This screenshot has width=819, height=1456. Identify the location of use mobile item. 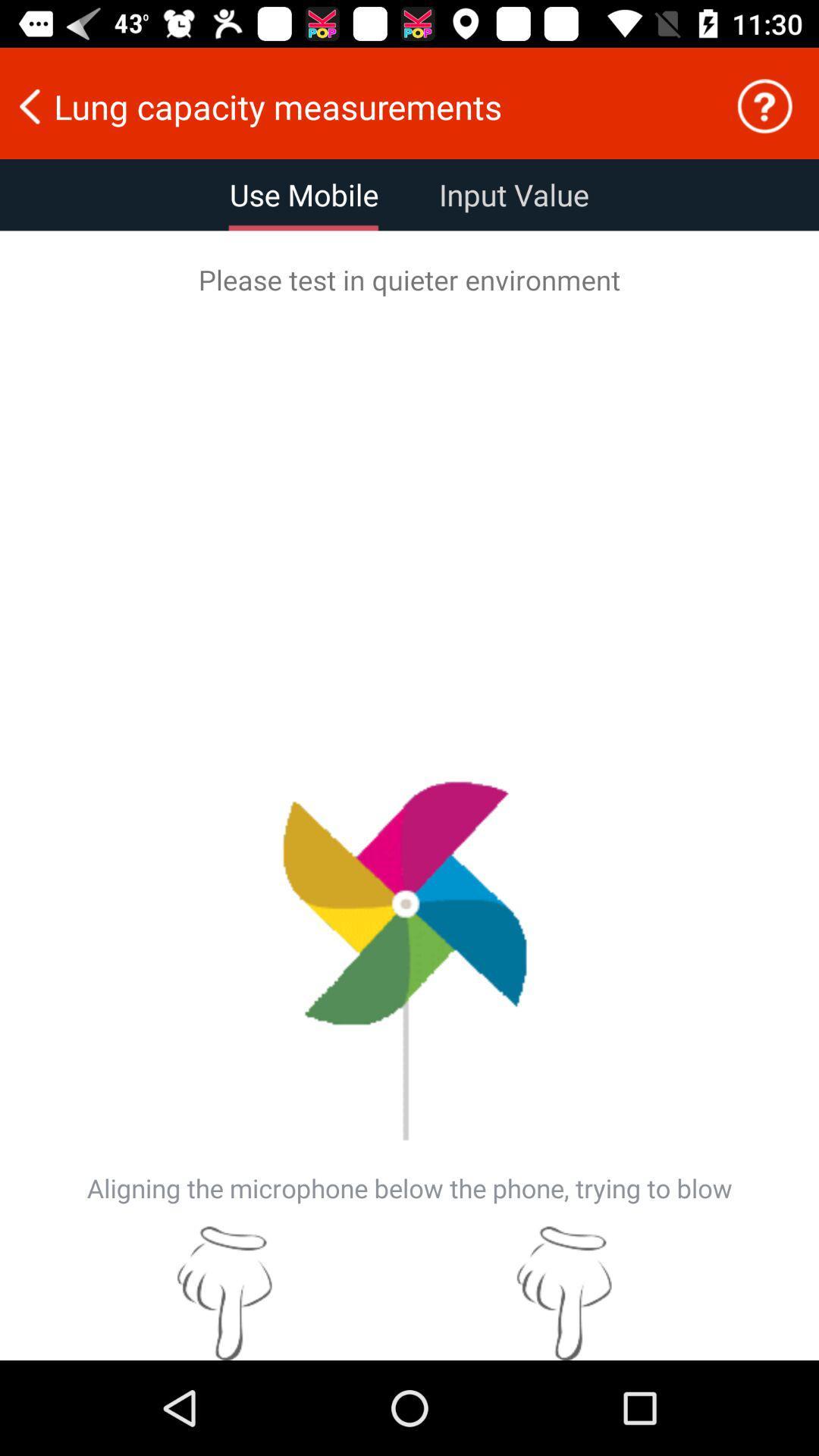
(304, 194).